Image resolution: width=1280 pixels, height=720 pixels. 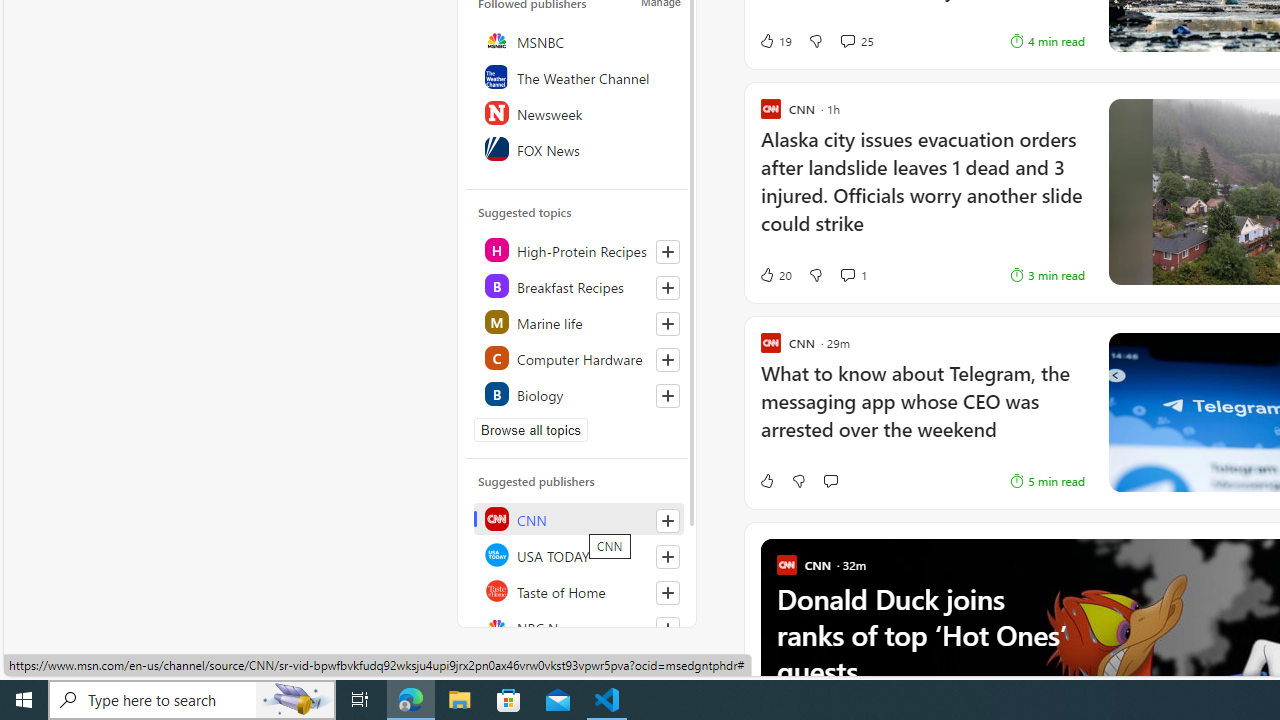 What do you see at coordinates (847, 41) in the screenshot?
I see `'View comments 25 Comment'` at bounding box center [847, 41].